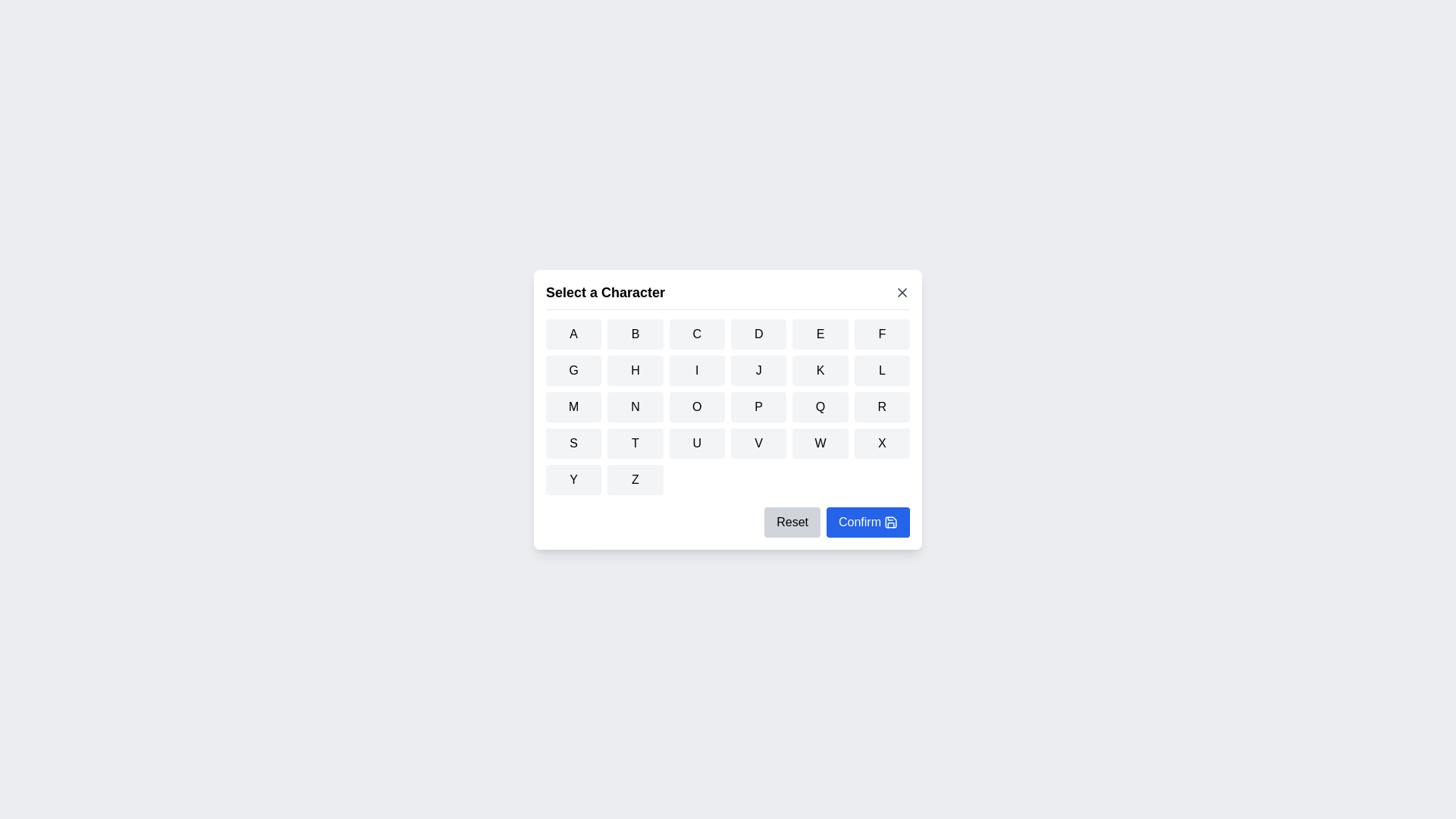 The image size is (1456, 819). What do you see at coordinates (635, 332) in the screenshot?
I see `the button corresponding to the character B to select it` at bounding box center [635, 332].